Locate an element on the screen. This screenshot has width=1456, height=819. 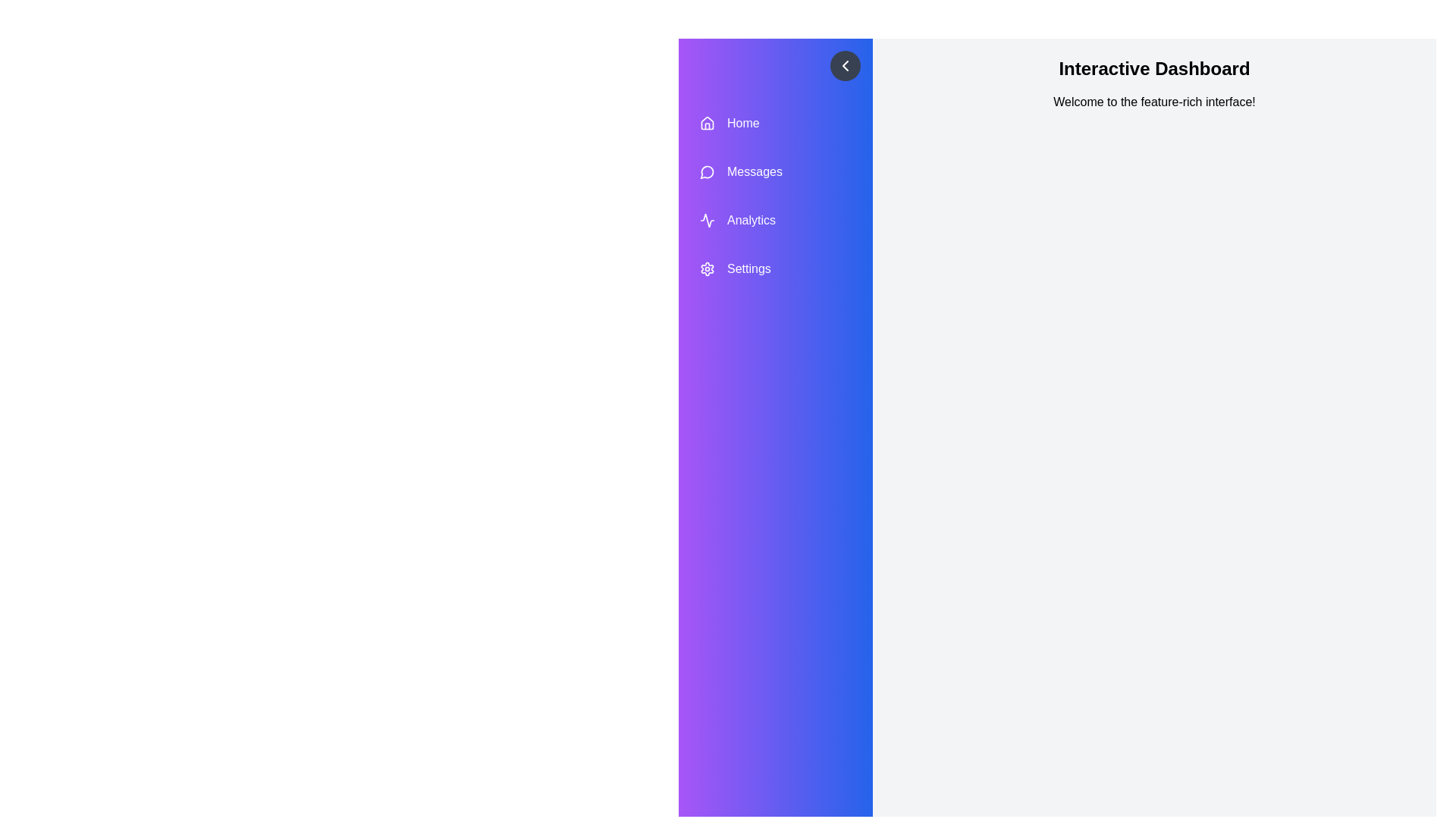
the menu item labeled Messages is located at coordinates (775, 171).